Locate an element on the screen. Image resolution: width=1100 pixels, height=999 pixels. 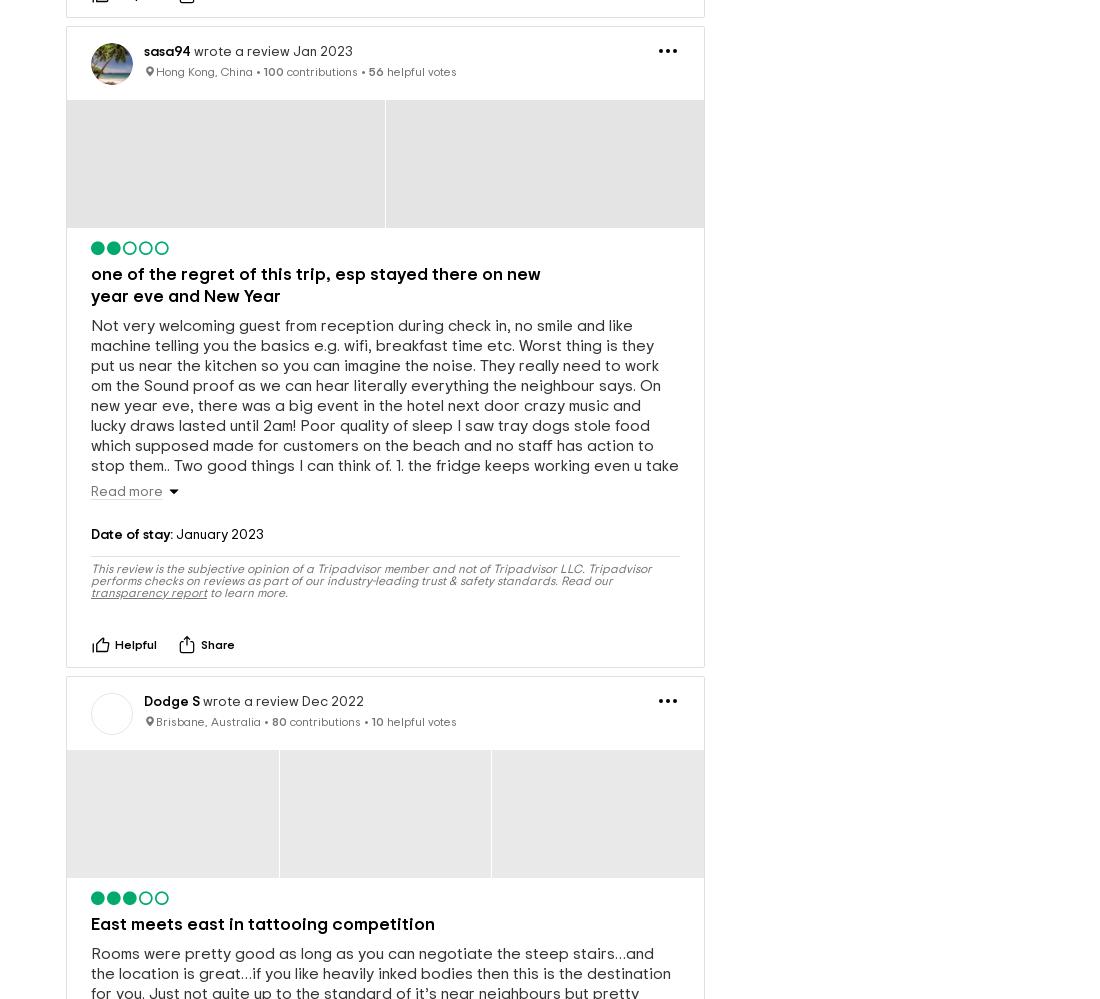
'Dodge S' is located at coordinates (171, 669).